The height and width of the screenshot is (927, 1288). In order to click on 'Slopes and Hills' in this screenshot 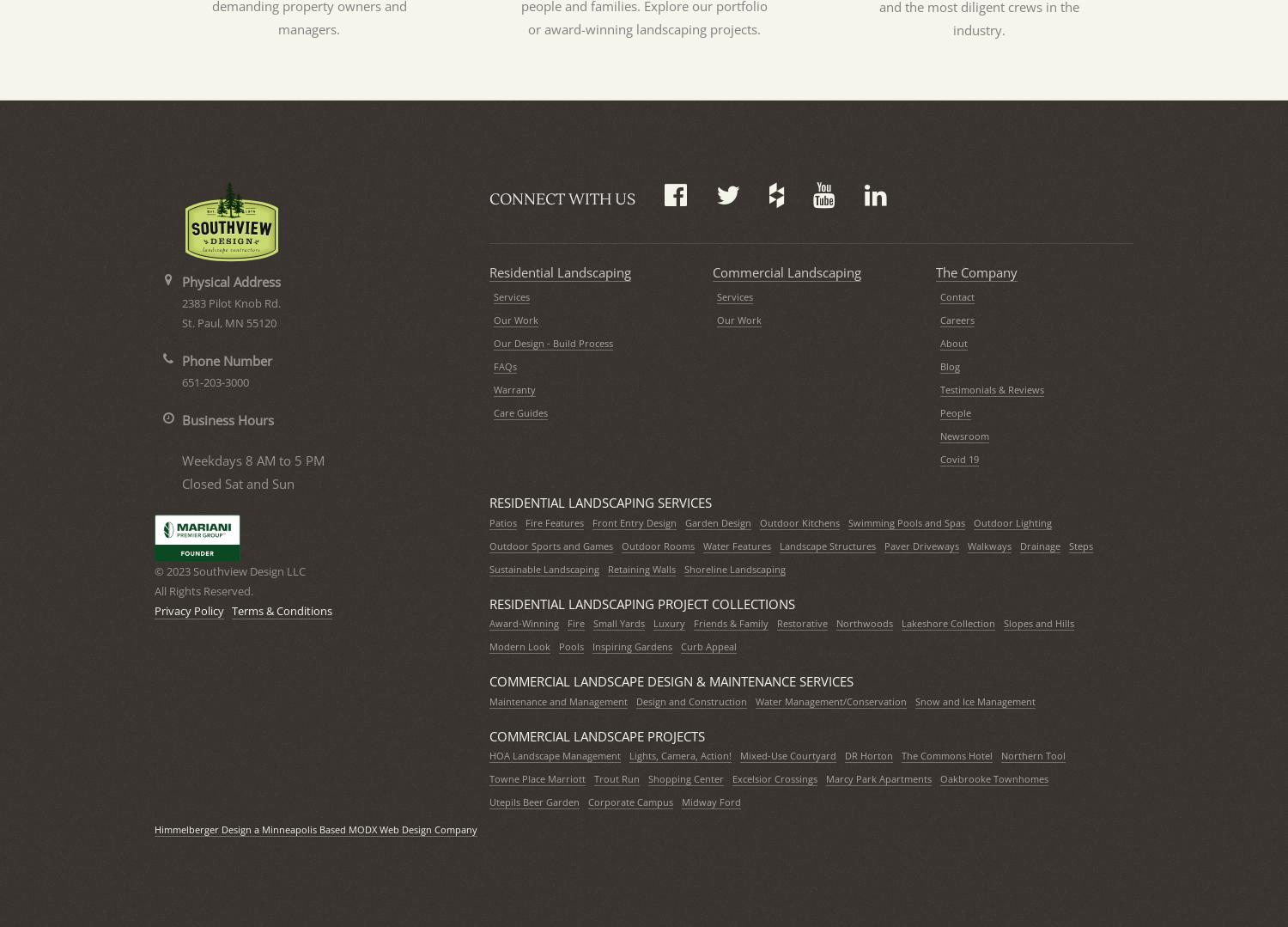, I will do `click(1038, 622)`.